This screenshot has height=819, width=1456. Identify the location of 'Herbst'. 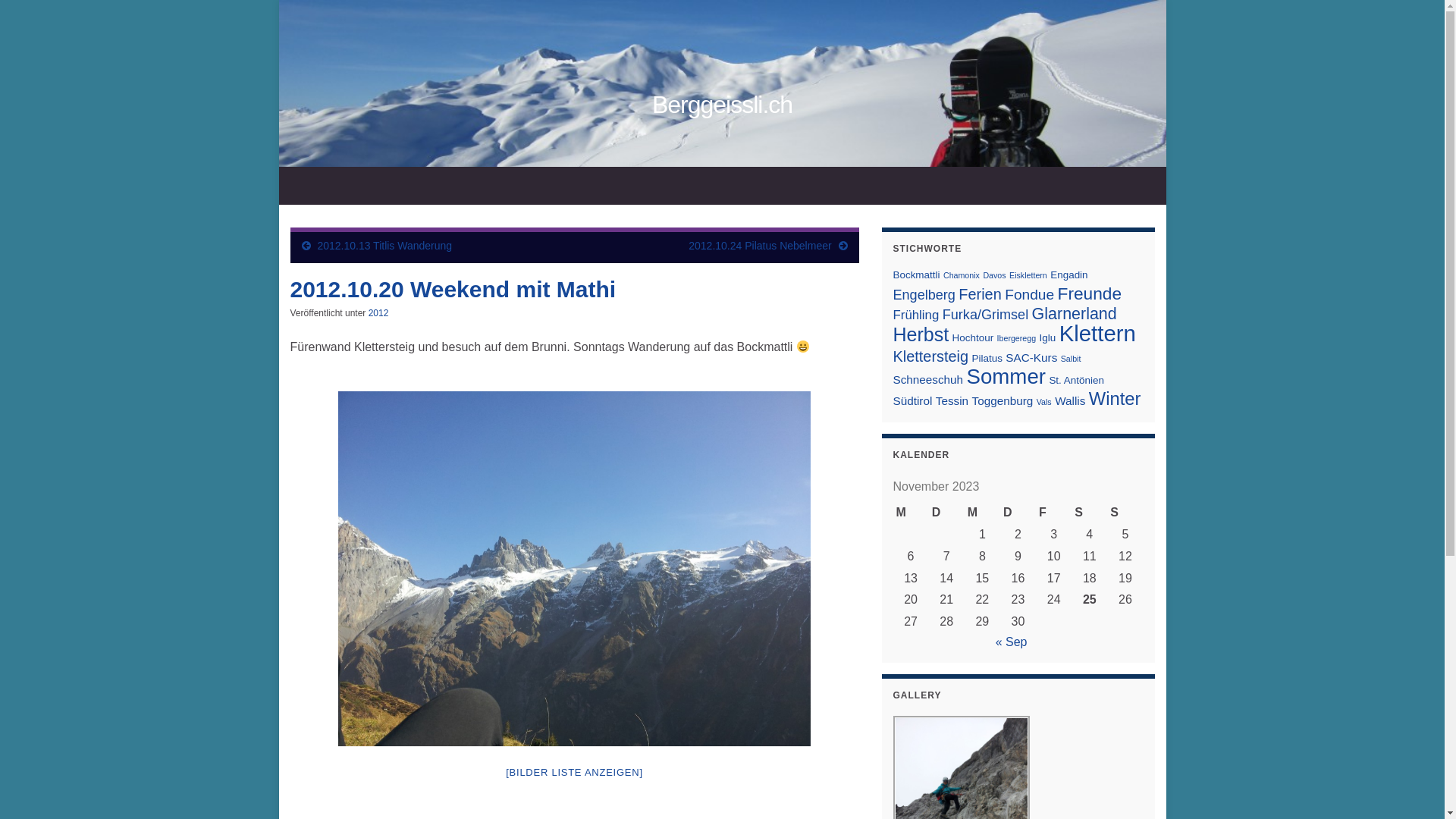
(920, 333).